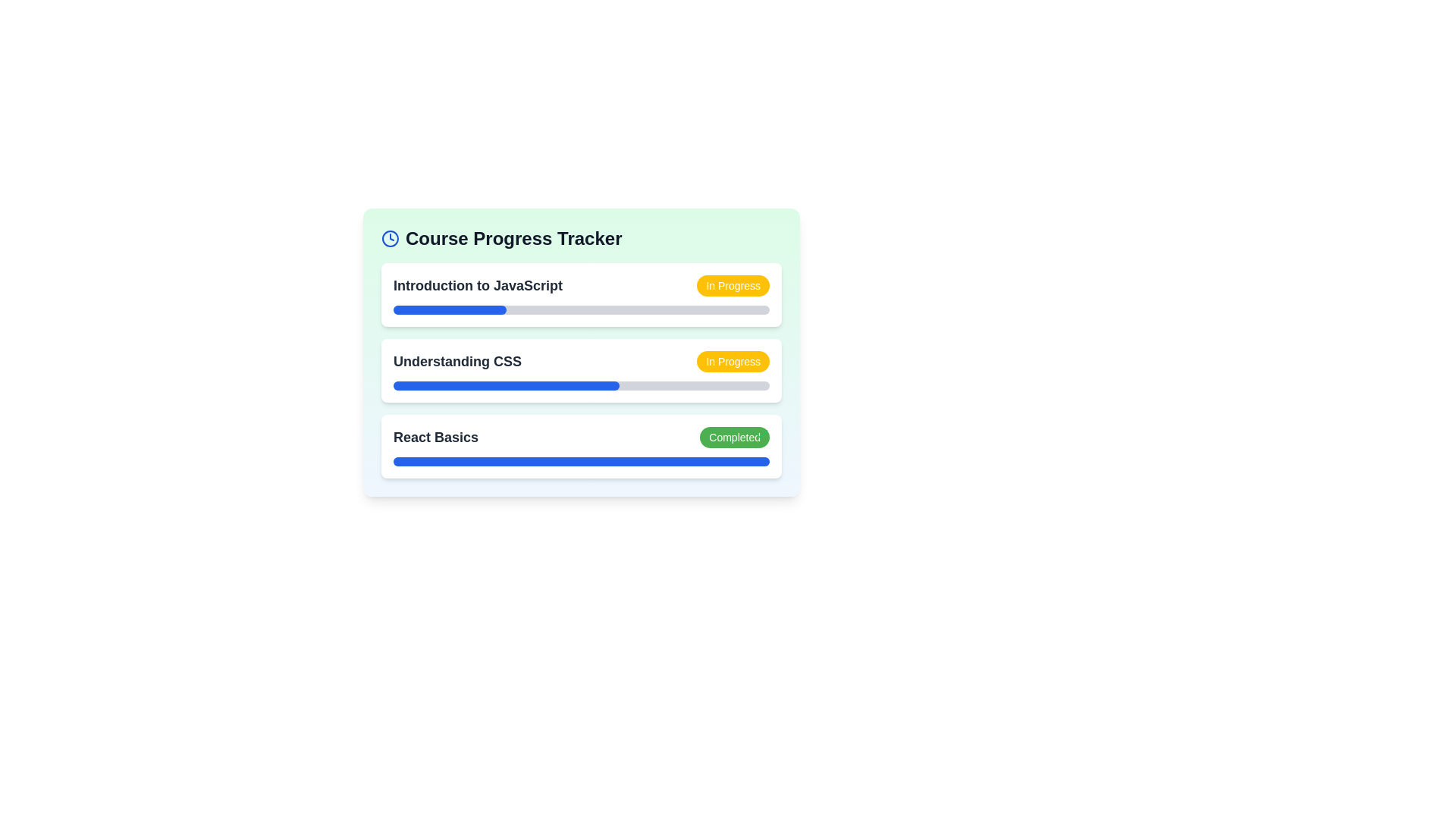 This screenshot has height=819, width=1456. What do you see at coordinates (581, 362) in the screenshot?
I see `the Informational display element showing the course title 'Understanding CSS' and current status 'In Progress'` at bounding box center [581, 362].